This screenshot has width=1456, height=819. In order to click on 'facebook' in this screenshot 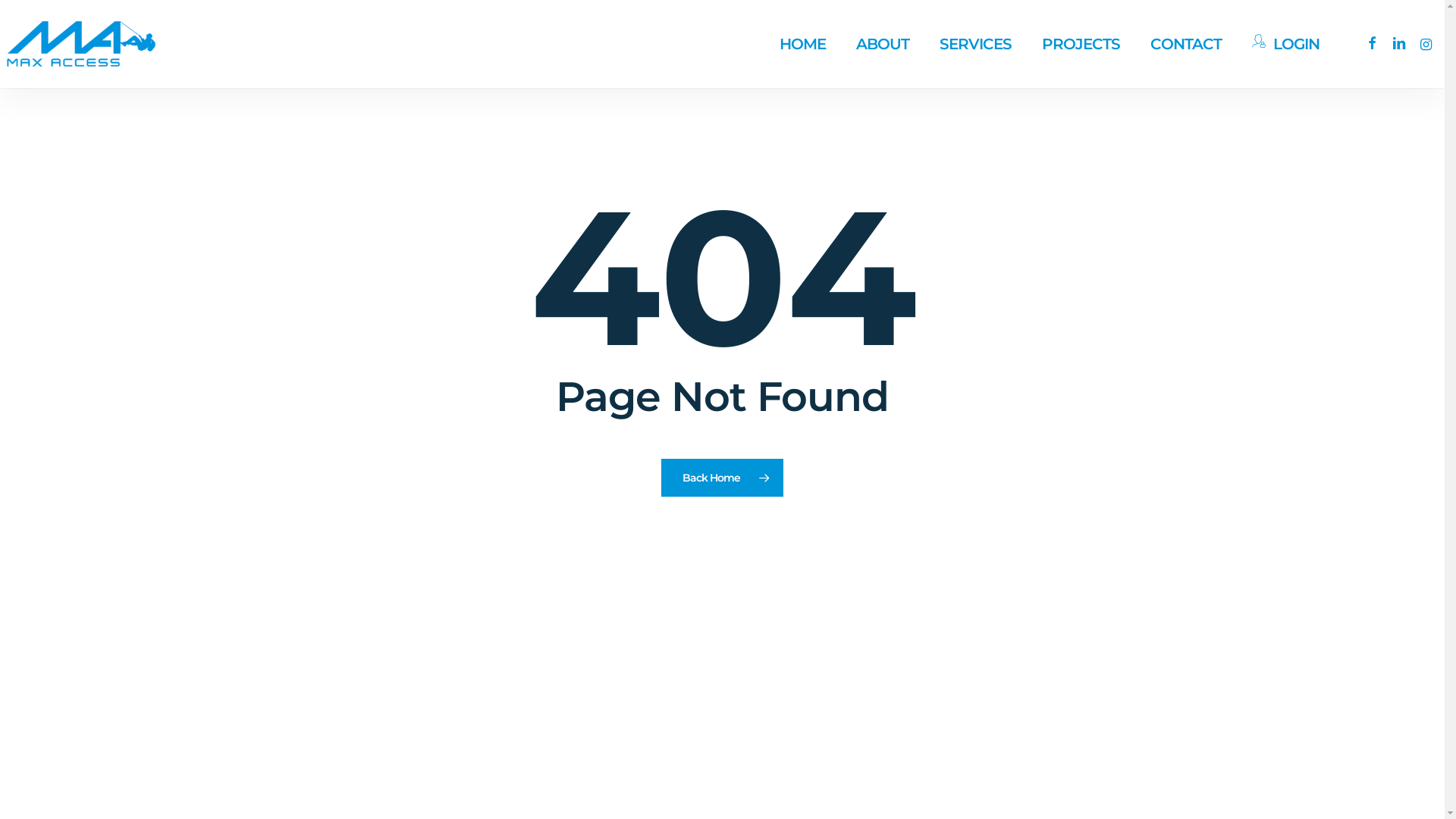, I will do `click(1357, 42)`.